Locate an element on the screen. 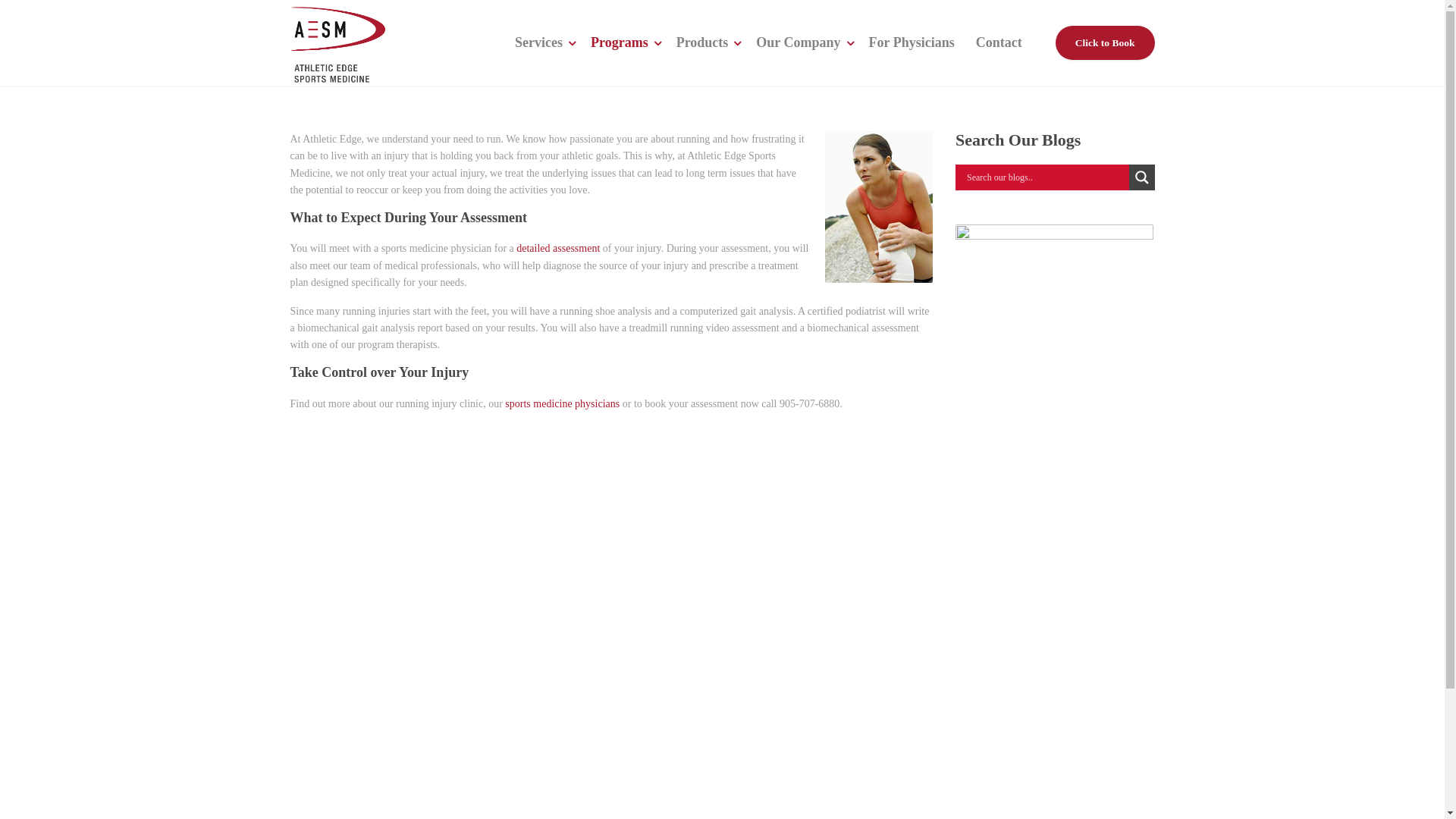  'Programs' is located at coordinates (623, 42).